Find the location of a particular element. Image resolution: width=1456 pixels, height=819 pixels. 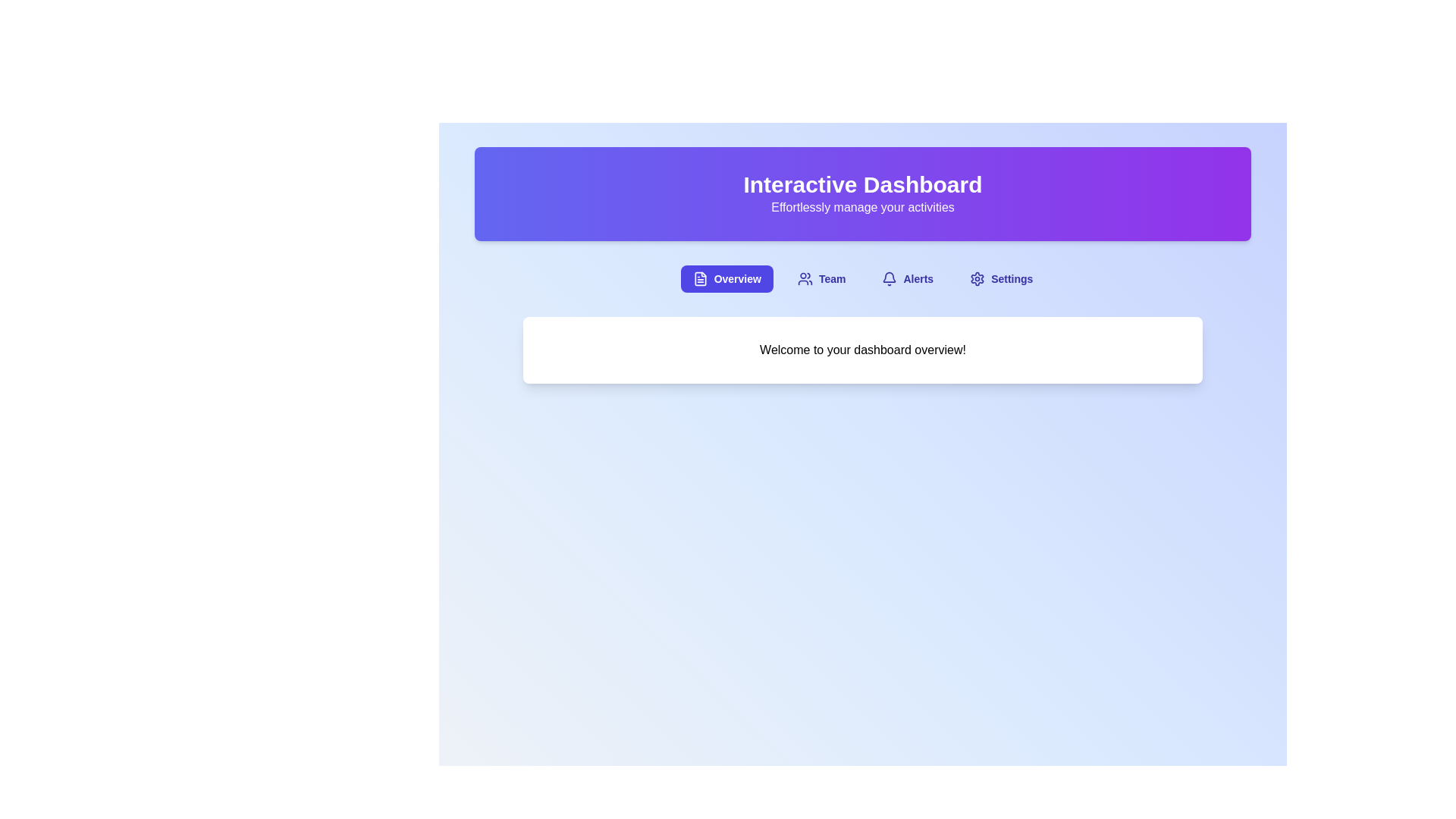

the group of people icon located to the left of the 'Team' text in the navigation button is located at coordinates (804, 278).